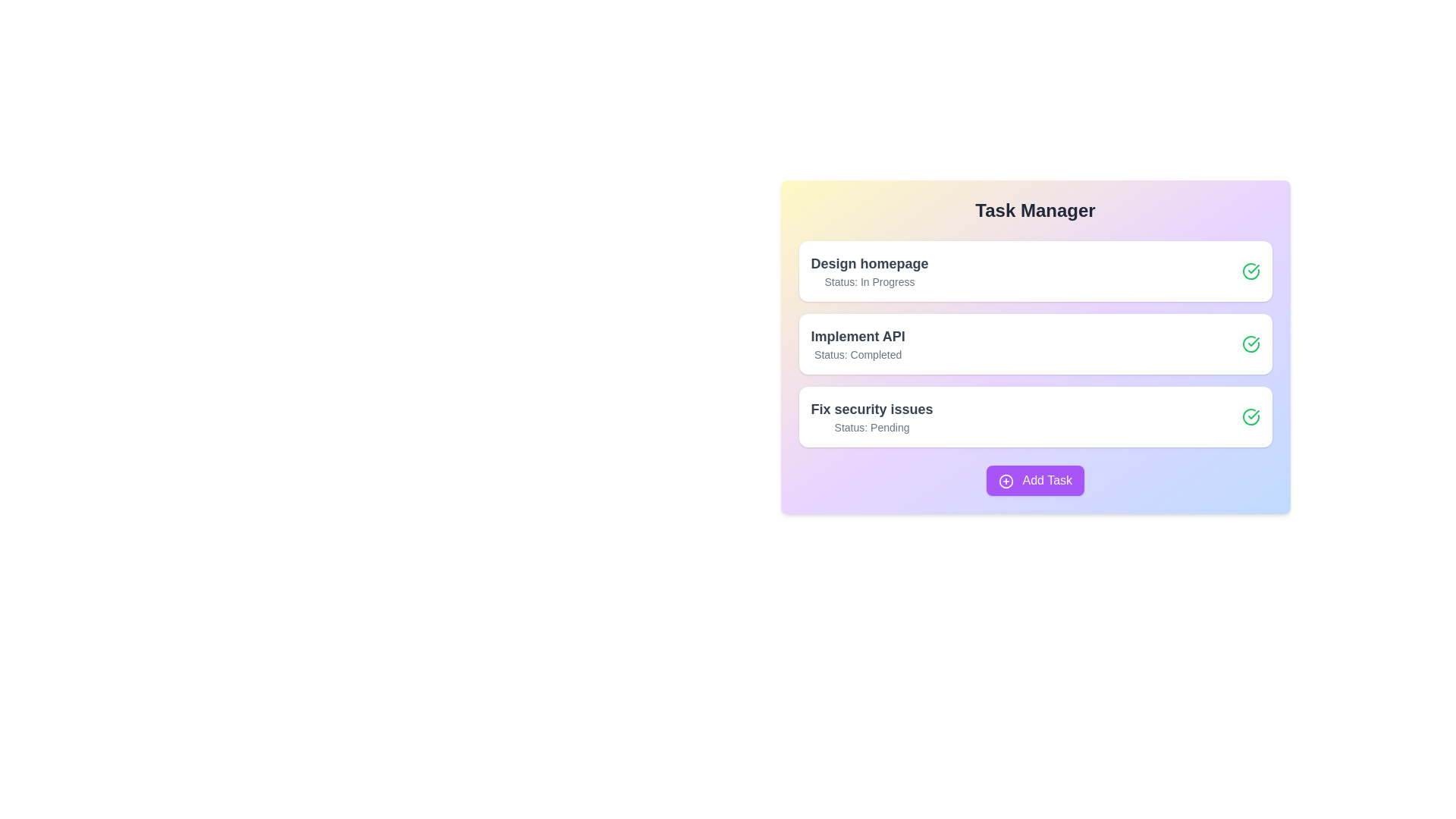  Describe the element at coordinates (1034, 480) in the screenshot. I see `the 'Add Task' button to add a new task` at that location.